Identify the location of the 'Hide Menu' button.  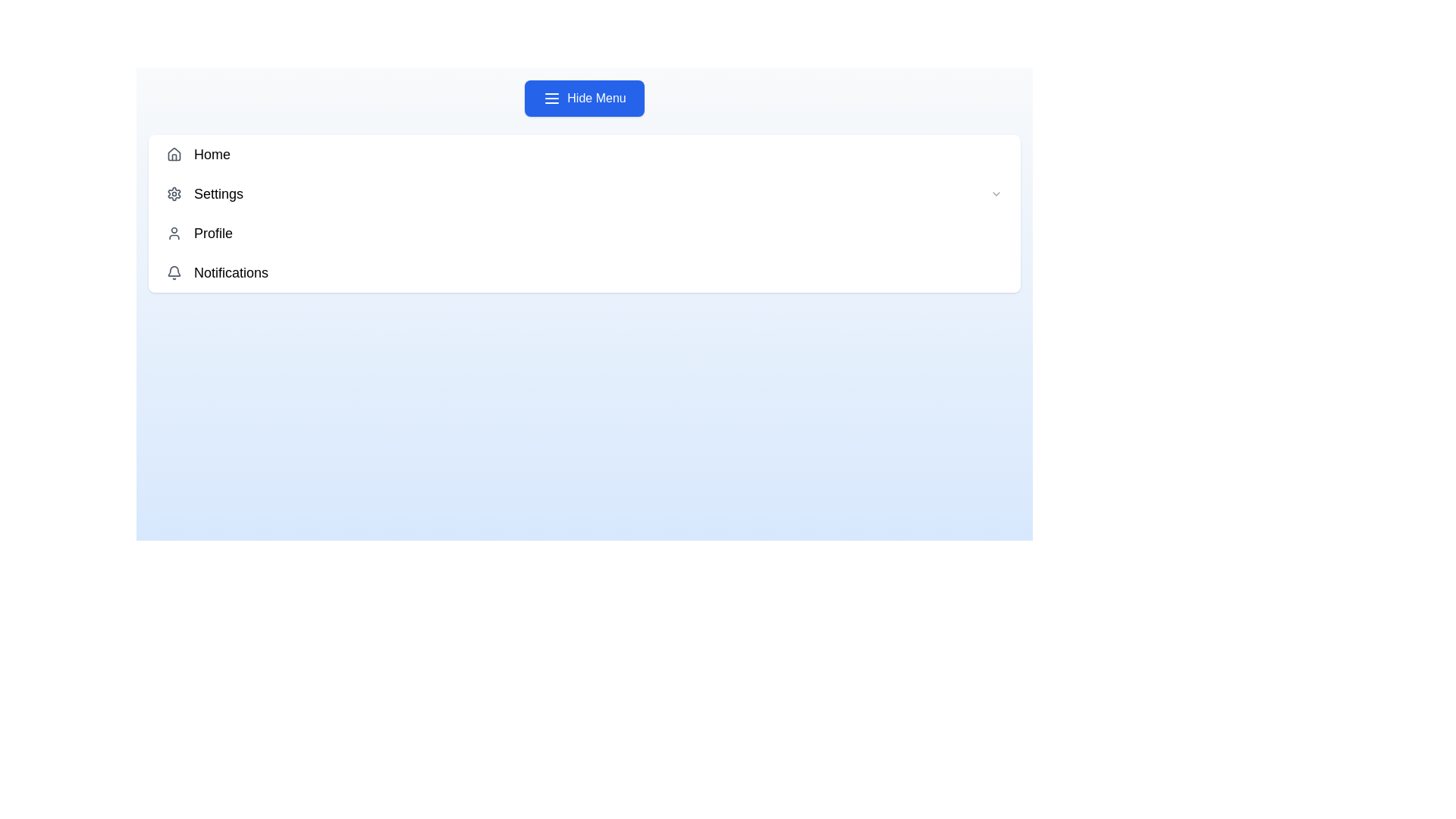
(584, 99).